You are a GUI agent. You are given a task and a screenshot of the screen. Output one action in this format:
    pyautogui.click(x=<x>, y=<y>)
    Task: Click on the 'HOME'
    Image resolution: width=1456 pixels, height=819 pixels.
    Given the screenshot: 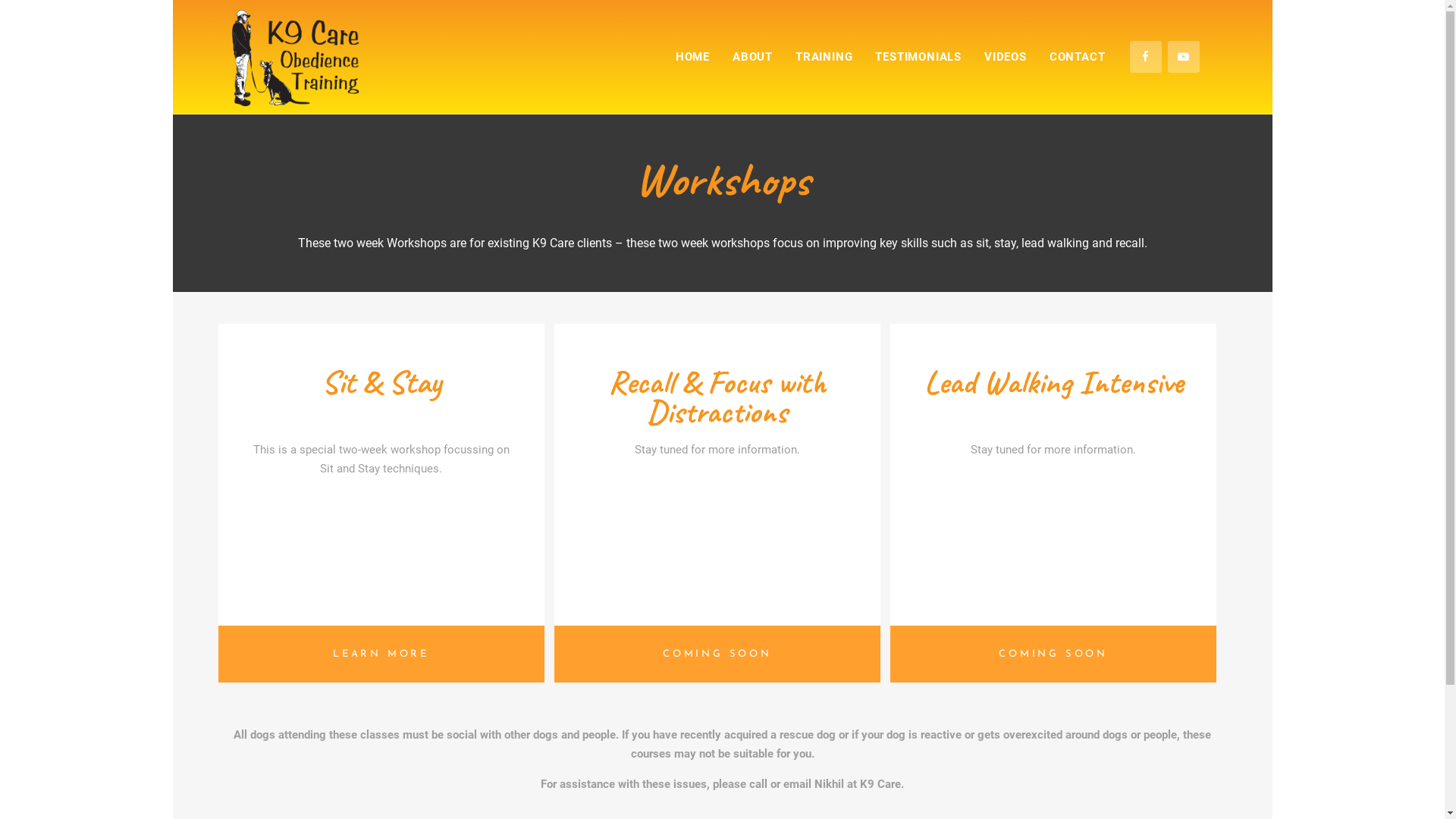 What is the action you would take?
    pyautogui.click(x=692, y=55)
    